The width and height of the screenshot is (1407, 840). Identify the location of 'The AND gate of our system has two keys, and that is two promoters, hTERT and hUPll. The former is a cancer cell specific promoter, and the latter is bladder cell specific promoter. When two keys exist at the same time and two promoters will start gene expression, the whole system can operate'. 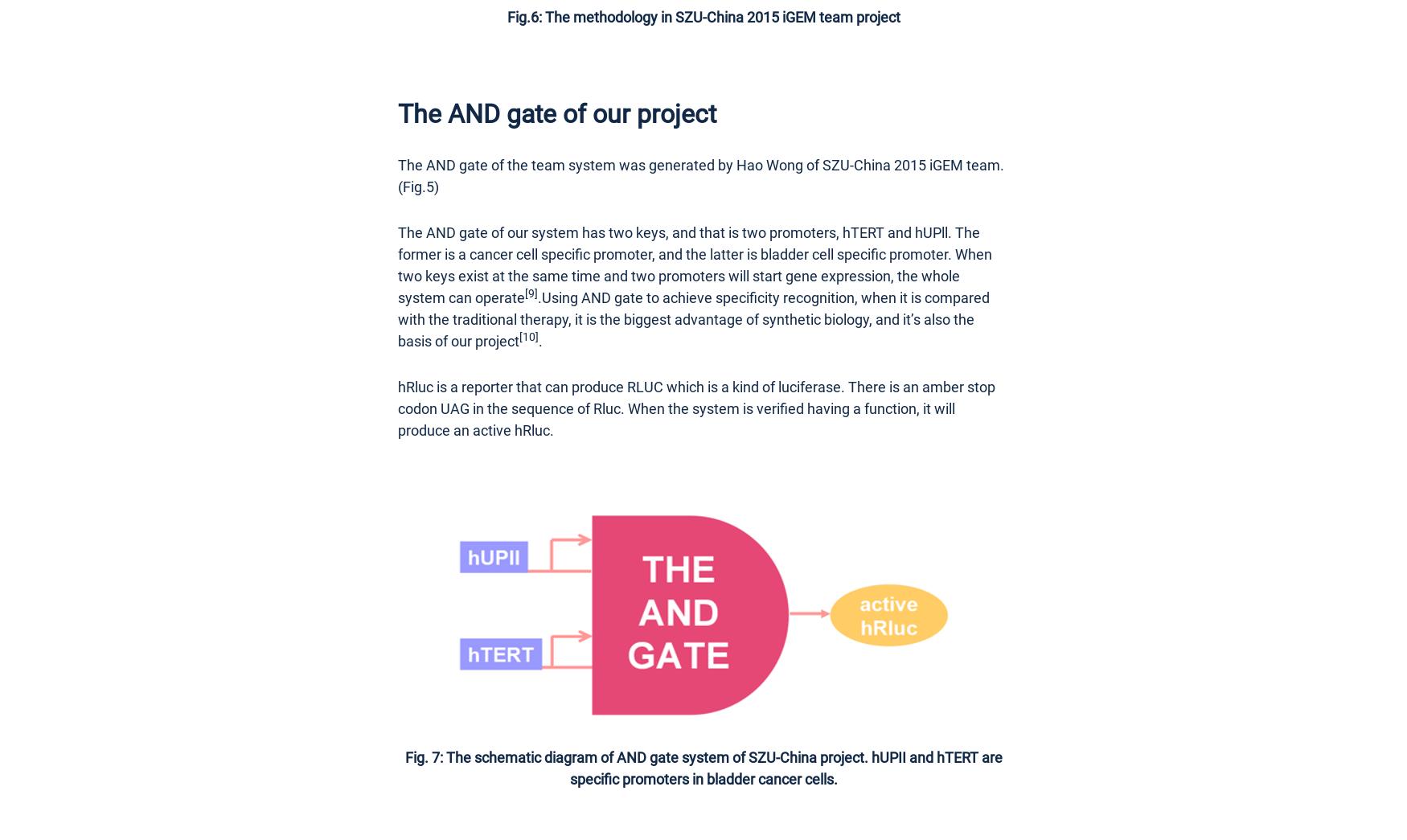
(695, 264).